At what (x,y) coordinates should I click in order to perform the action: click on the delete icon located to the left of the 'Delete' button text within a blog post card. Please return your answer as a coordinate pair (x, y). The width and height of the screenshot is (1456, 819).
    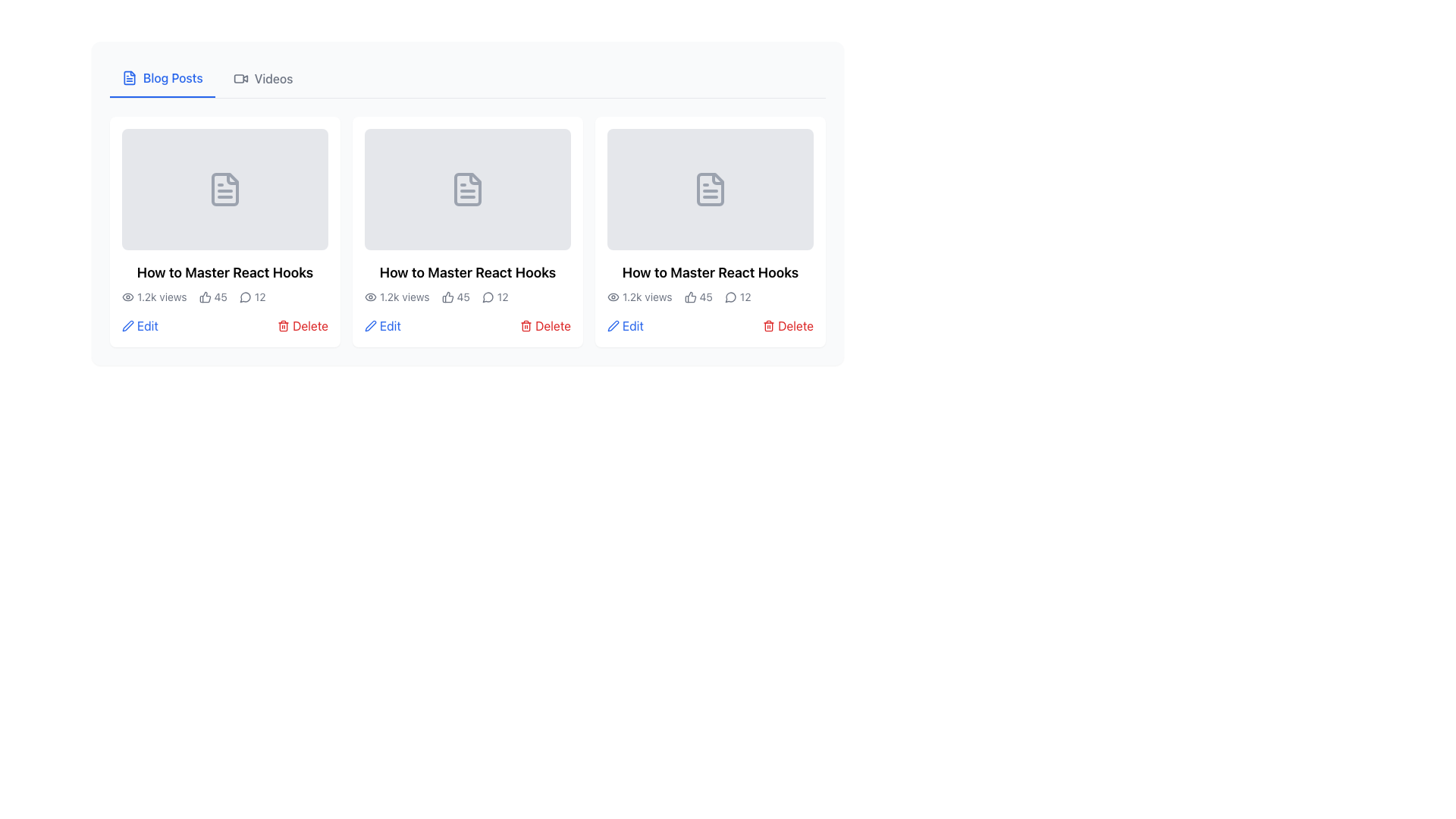
    Looking at the image, I should click on (768, 325).